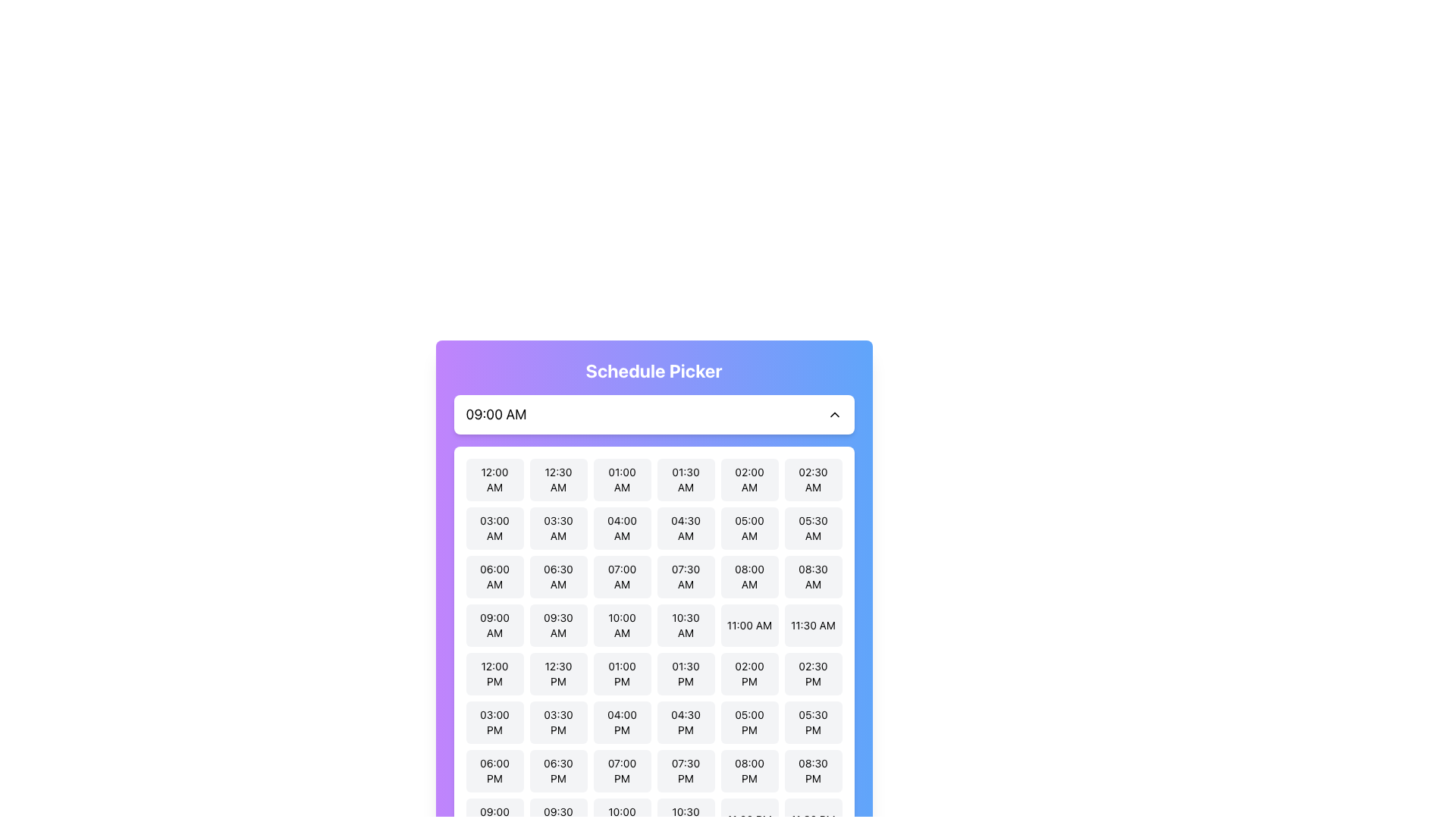 The height and width of the screenshot is (819, 1456). Describe the element at coordinates (622, 576) in the screenshot. I see `the button labeled '07:00 AM' which has a light gray background and is located in the third row and third column of the grid` at that location.